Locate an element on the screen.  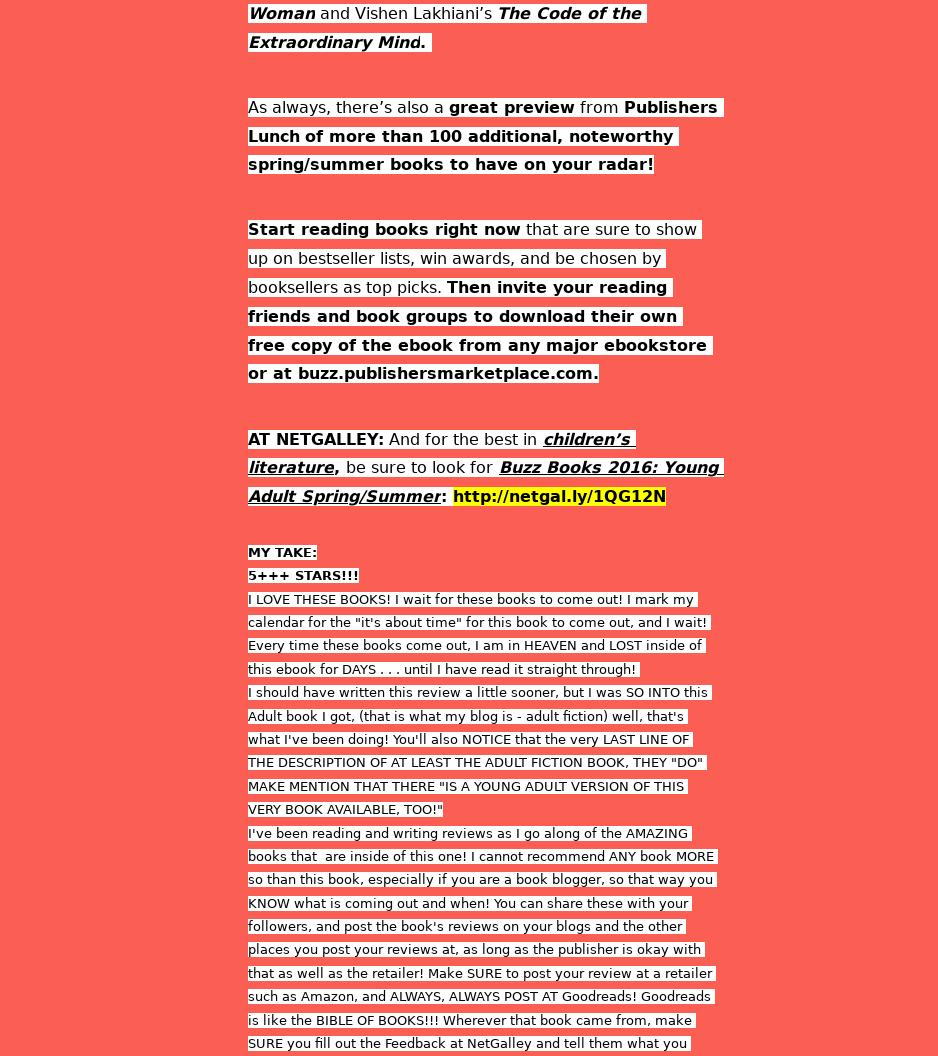
'http://netgal.ly/1QG12N' is located at coordinates (559, 495).